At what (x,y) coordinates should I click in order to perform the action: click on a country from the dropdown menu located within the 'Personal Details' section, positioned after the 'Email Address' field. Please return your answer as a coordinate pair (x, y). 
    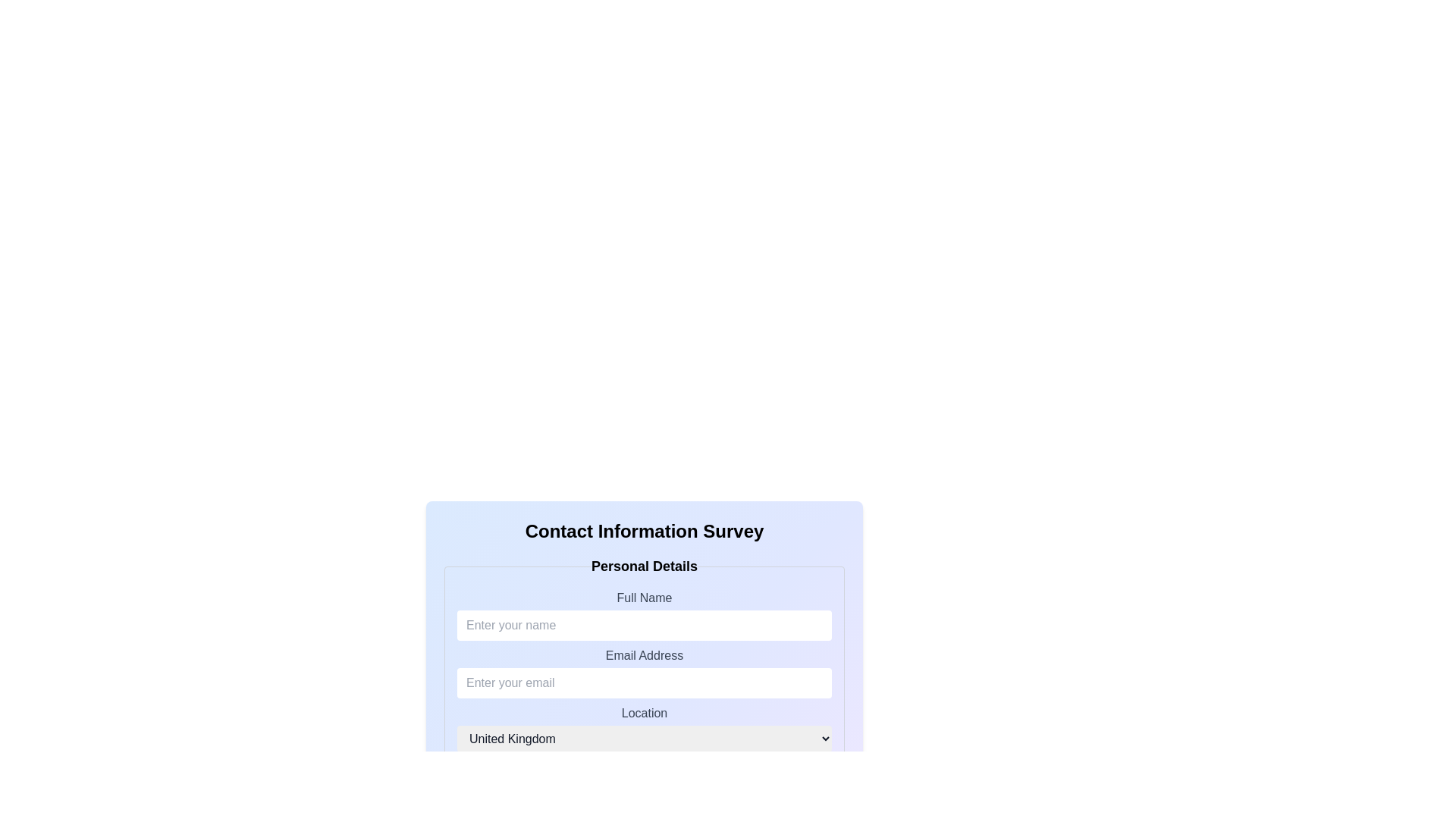
    Looking at the image, I should click on (644, 727).